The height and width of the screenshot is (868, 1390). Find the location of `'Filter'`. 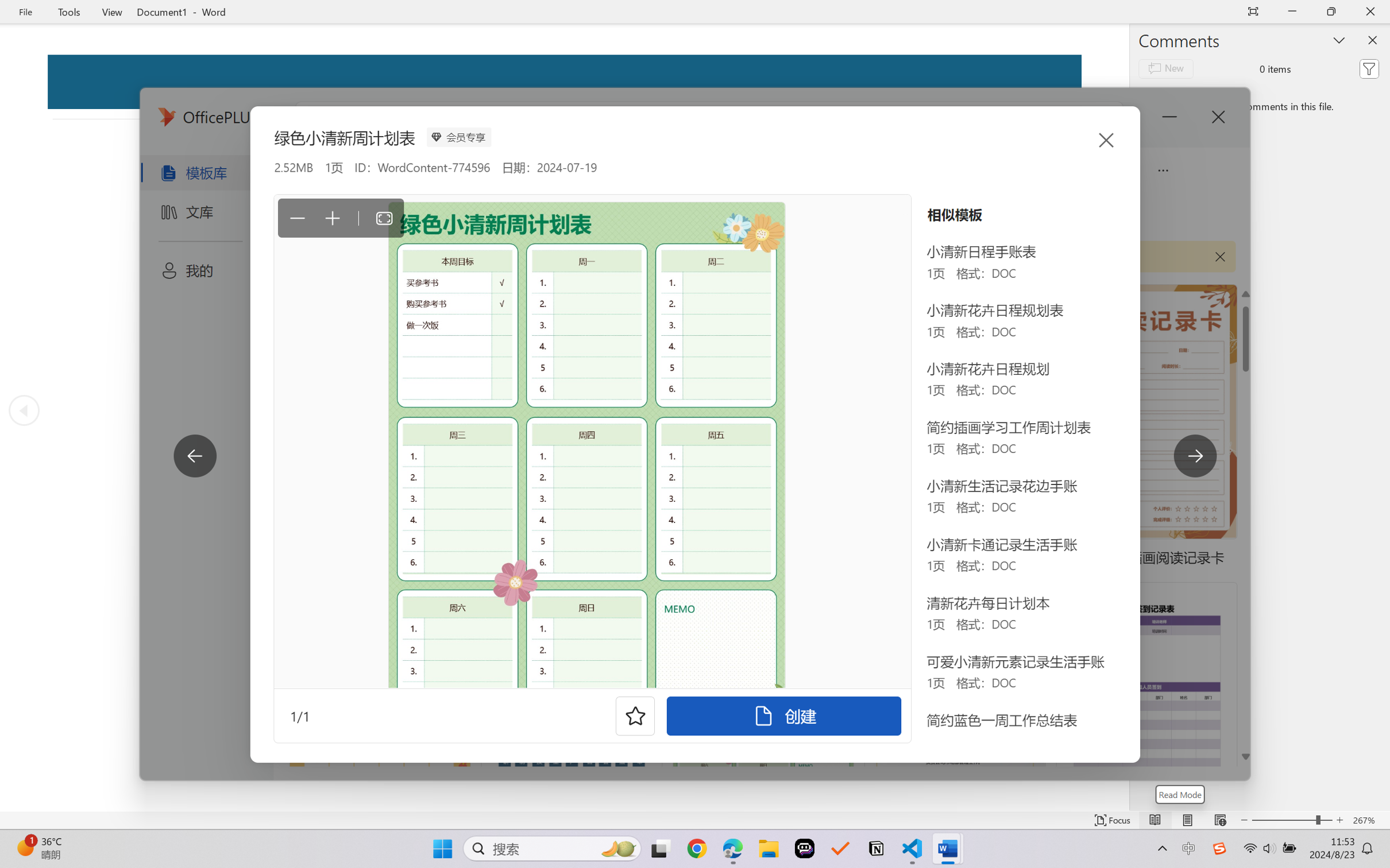

'Filter' is located at coordinates (1369, 69).